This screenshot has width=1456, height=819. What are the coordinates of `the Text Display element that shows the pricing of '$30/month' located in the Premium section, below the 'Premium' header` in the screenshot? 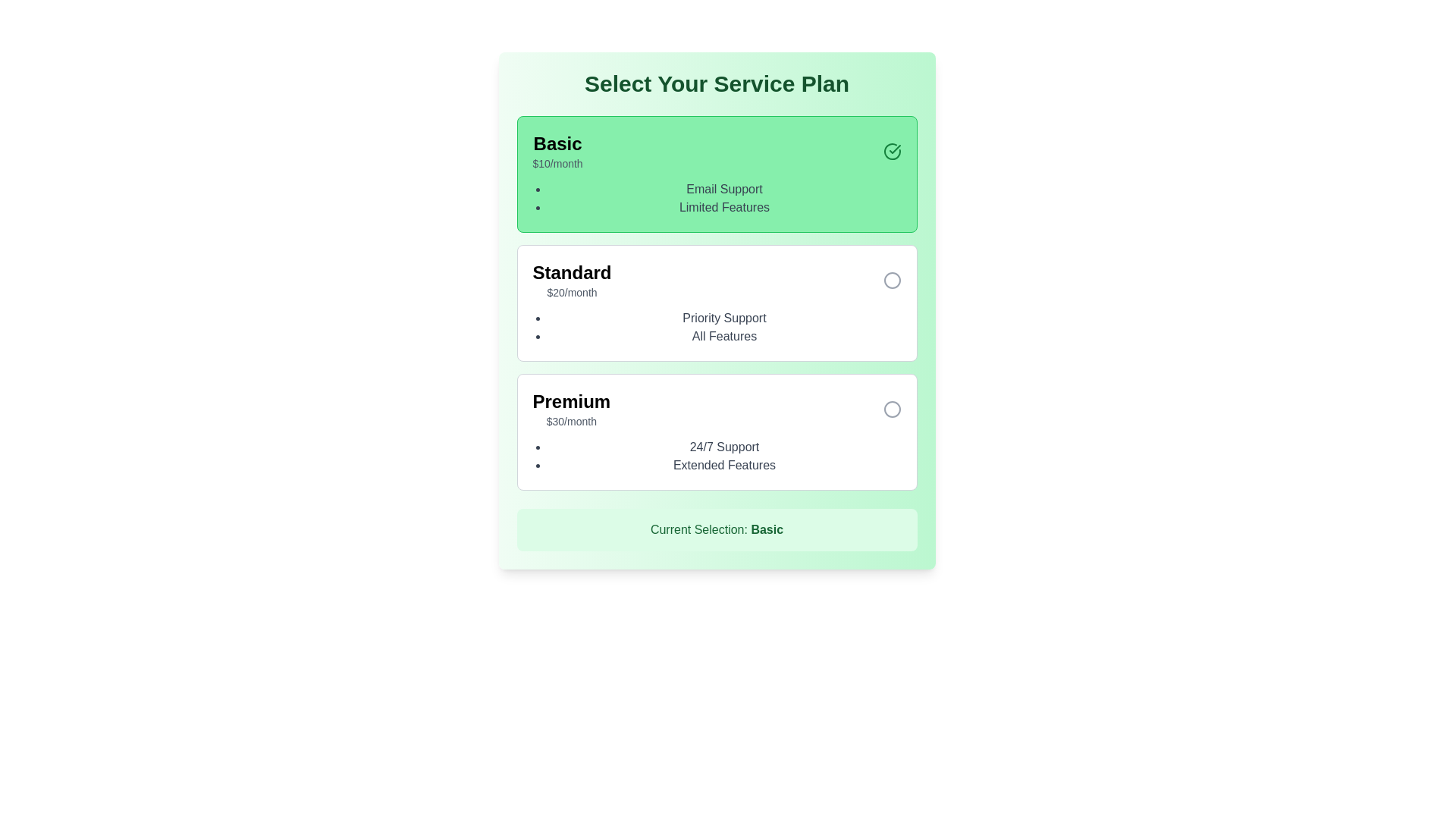 It's located at (570, 421).